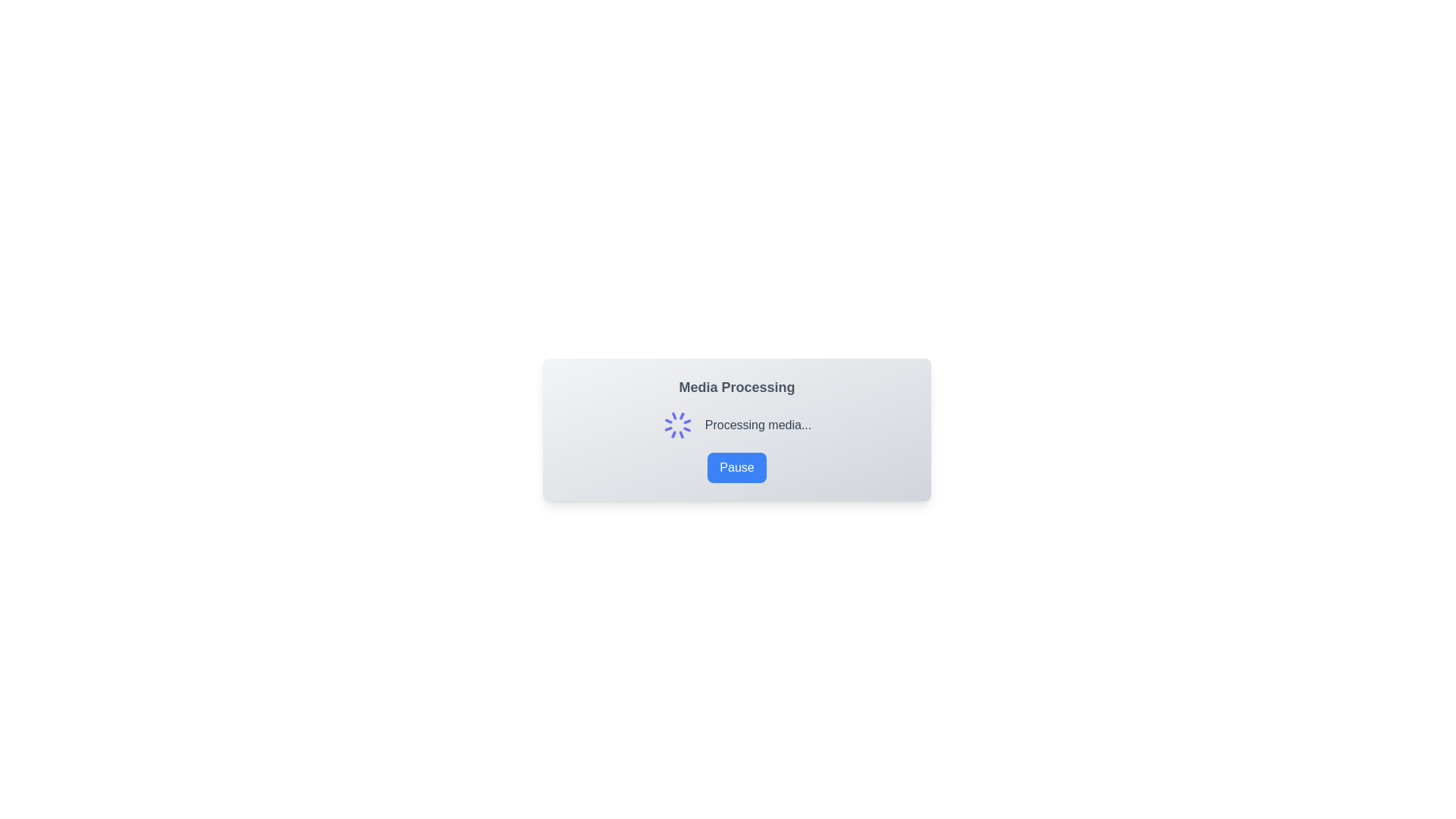 The height and width of the screenshot is (819, 1456). Describe the element at coordinates (736, 467) in the screenshot. I see `the 'Pause' button with rounded corners and a bright blue background` at that location.